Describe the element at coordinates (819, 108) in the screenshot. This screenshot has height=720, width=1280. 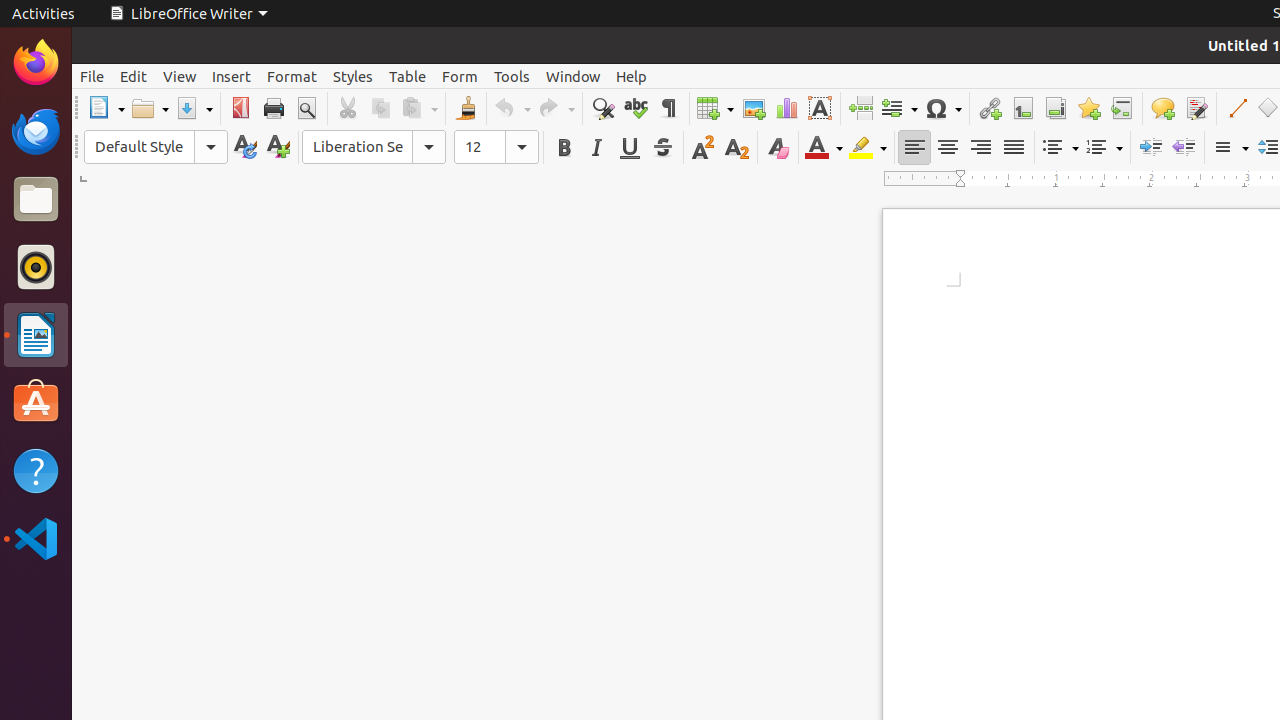
I see `'Text Box'` at that location.